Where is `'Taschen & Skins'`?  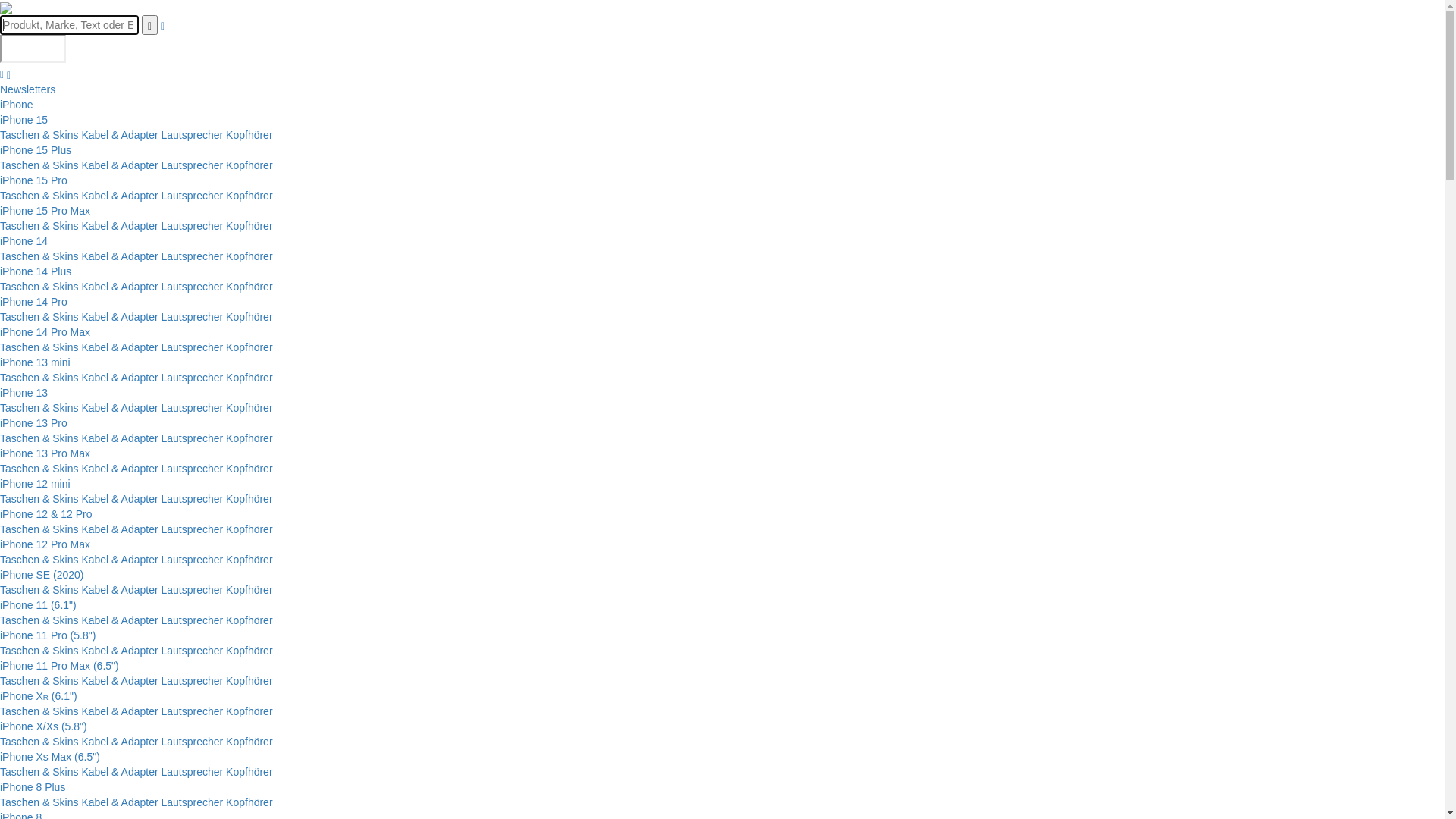 'Taschen & Skins' is located at coordinates (39, 195).